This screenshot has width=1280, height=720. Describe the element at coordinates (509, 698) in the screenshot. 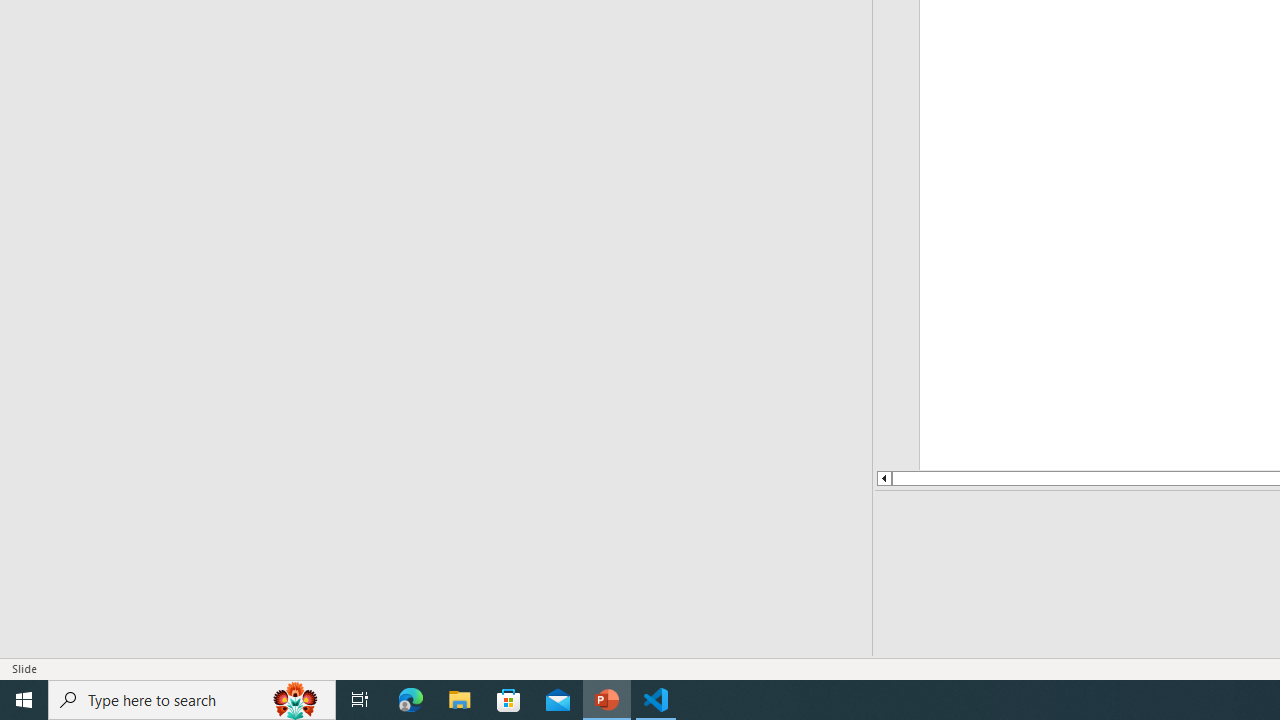

I see `'Microsoft Store'` at that location.